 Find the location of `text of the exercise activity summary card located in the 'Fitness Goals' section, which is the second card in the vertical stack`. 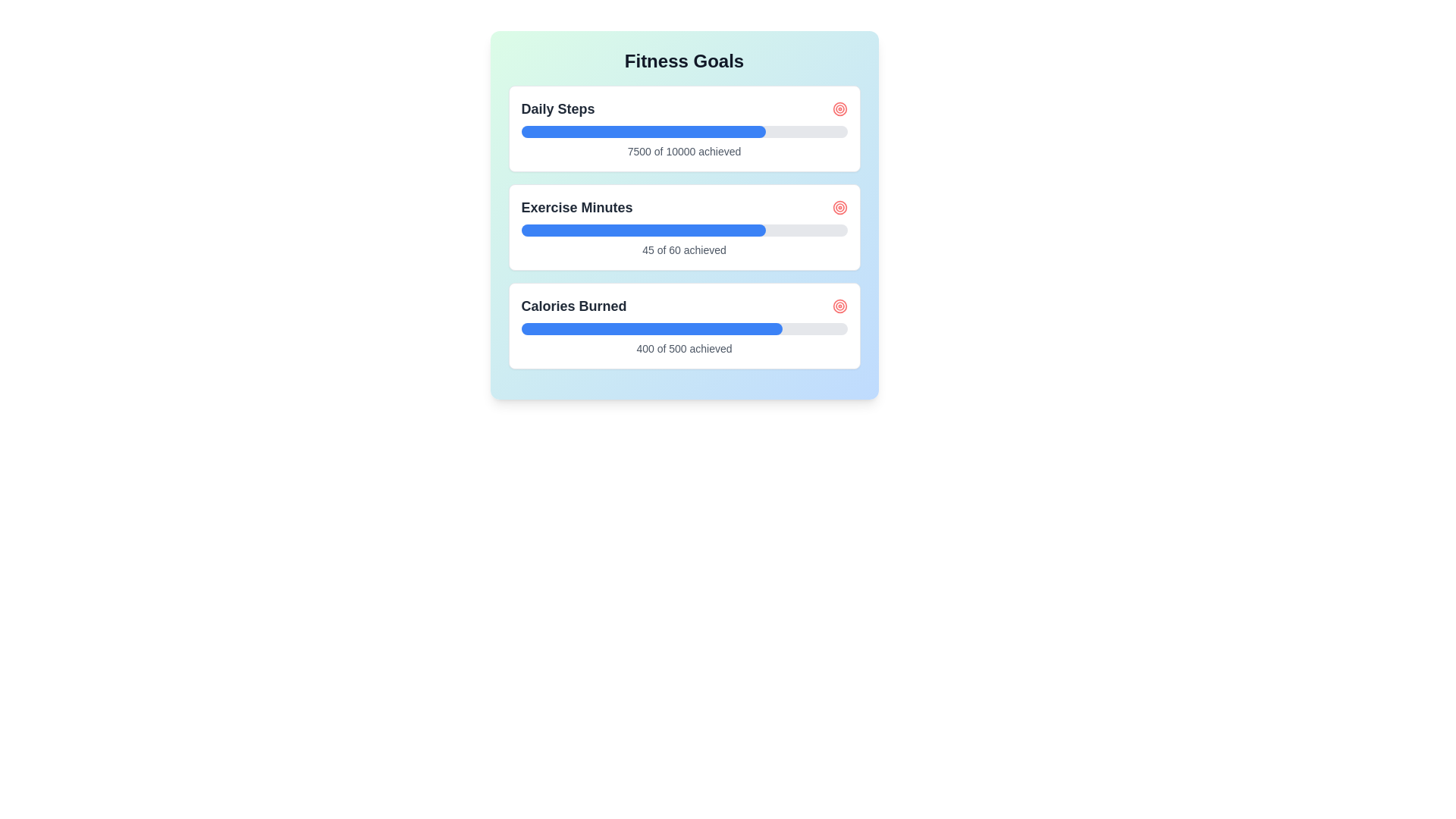

text of the exercise activity summary card located in the 'Fitness Goals' section, which is the second card in the vertical stack is located at coordinates (683, 227).